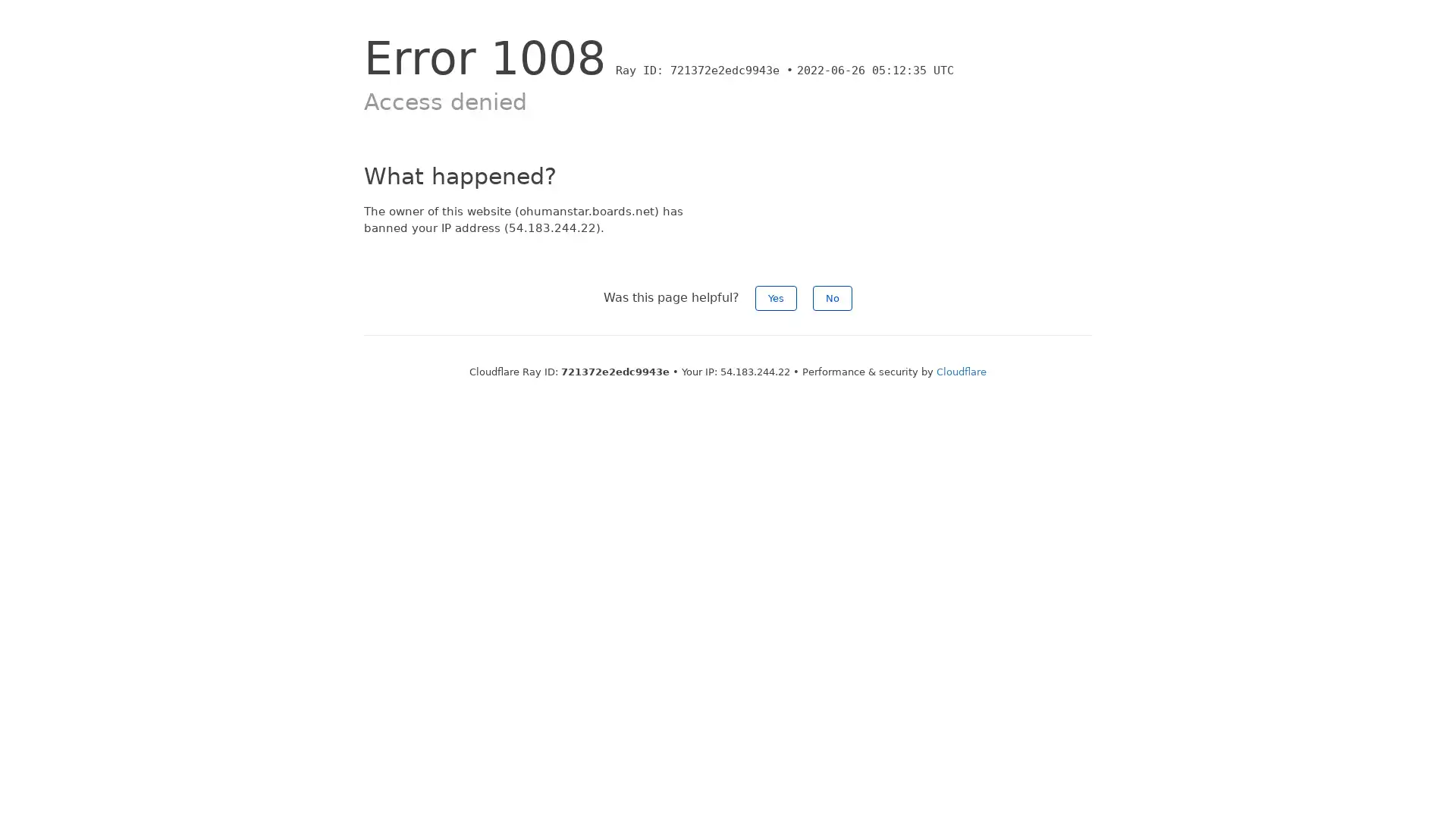  I want to click on No, so click(832, 297).